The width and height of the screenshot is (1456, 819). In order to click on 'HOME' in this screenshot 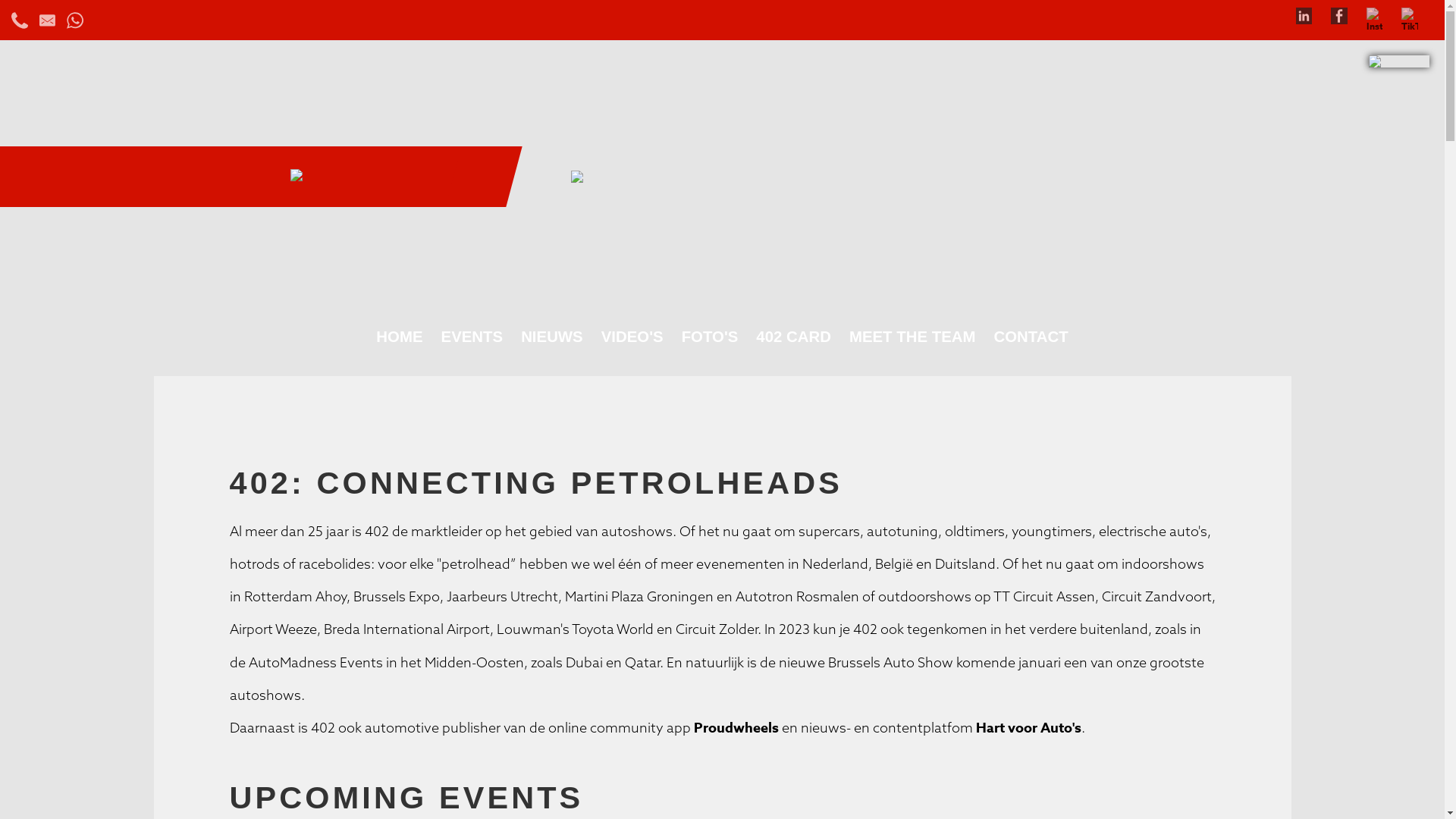, I will do `click(399, 336)`.